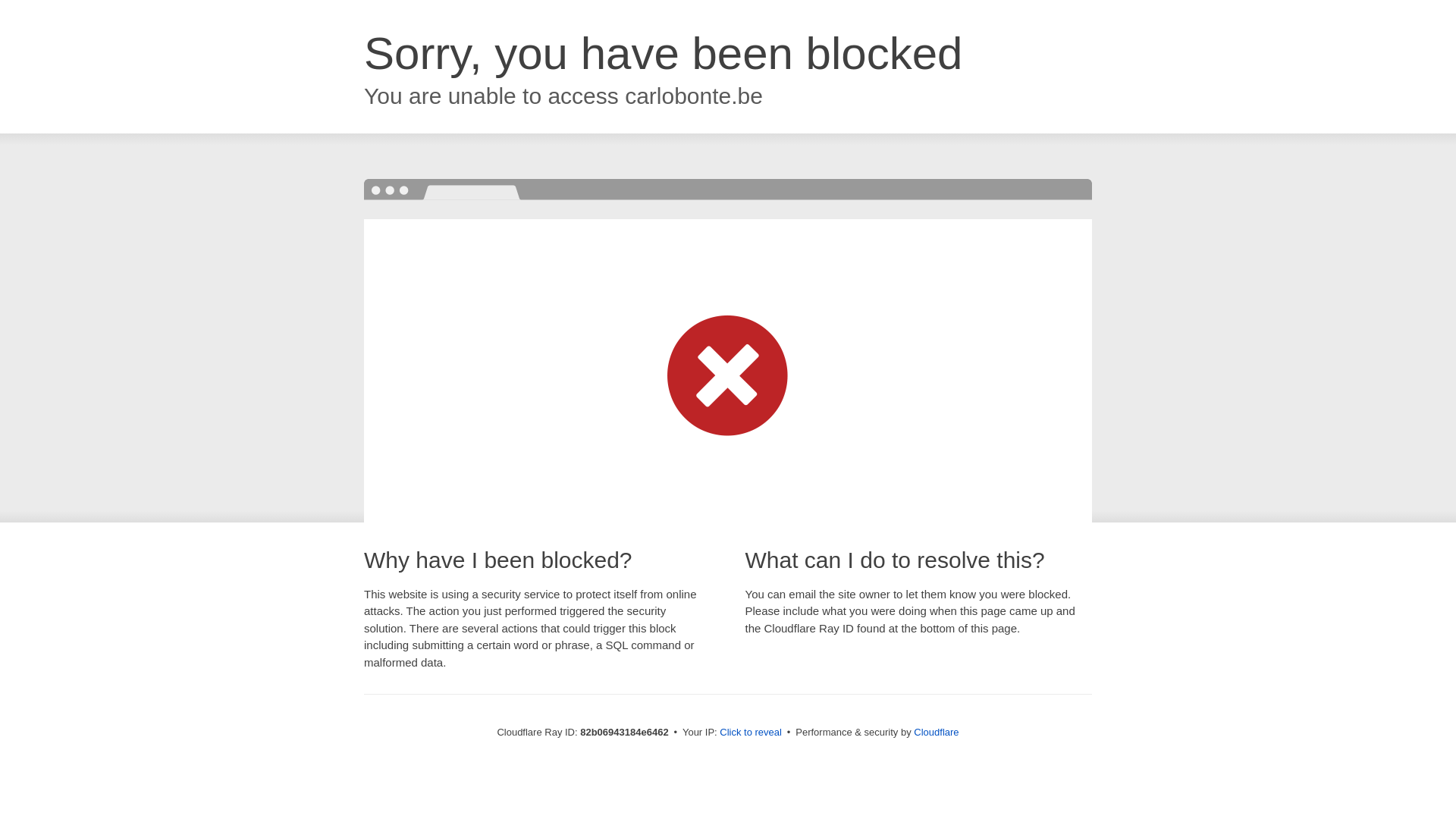  What do you see at coordinates (750, 731) in the screenshot?
I see `'Click to reveal'` at bounding box center [750, 731].